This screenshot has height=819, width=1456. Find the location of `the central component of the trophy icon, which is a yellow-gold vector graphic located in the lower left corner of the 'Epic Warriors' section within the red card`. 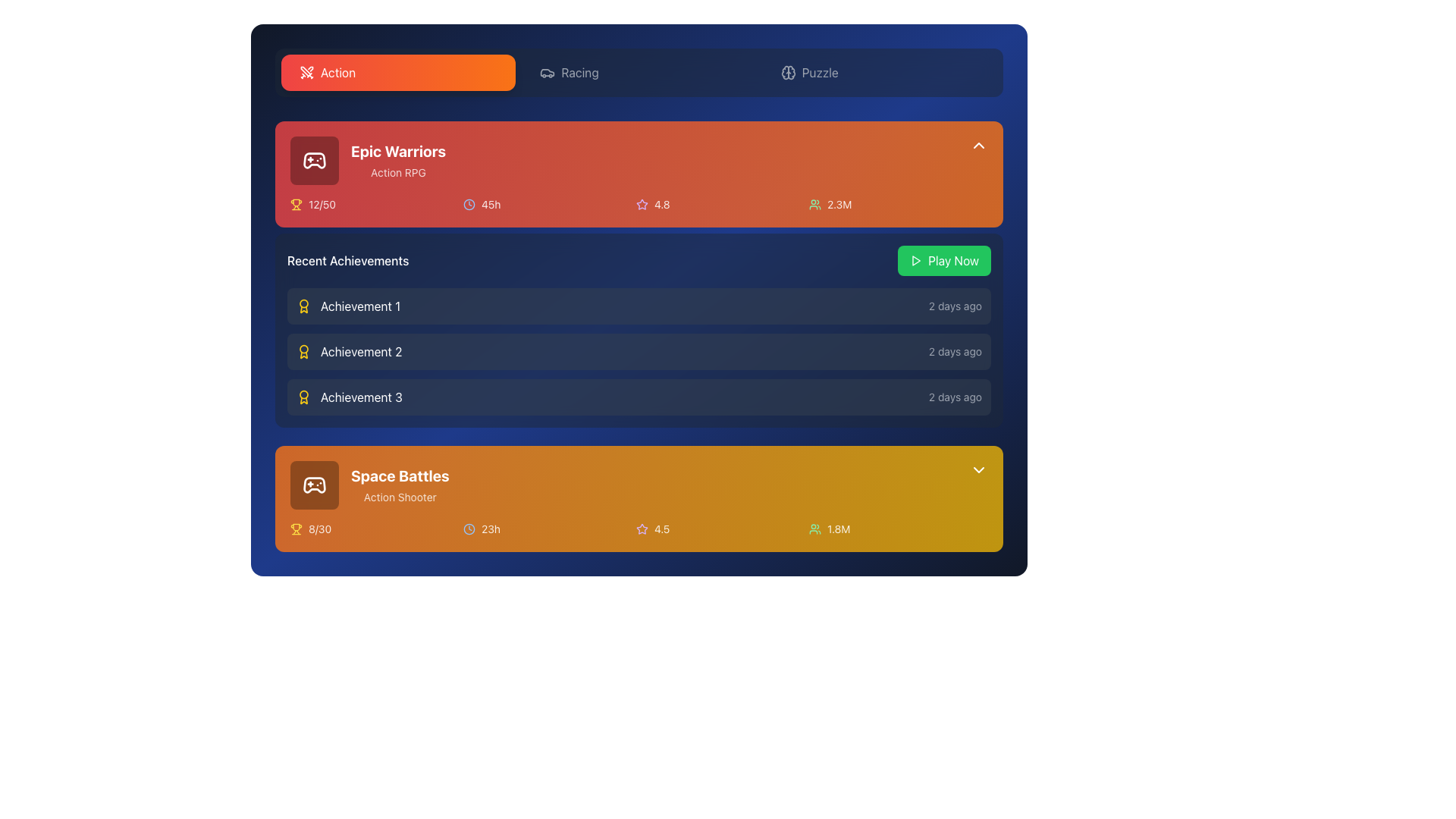

the central component of the trophy icon, which is a yellow-gold vector graphic located in the lower left corner of the 'Epic Warriors' section within the red card is located at coordinates (296, 201).